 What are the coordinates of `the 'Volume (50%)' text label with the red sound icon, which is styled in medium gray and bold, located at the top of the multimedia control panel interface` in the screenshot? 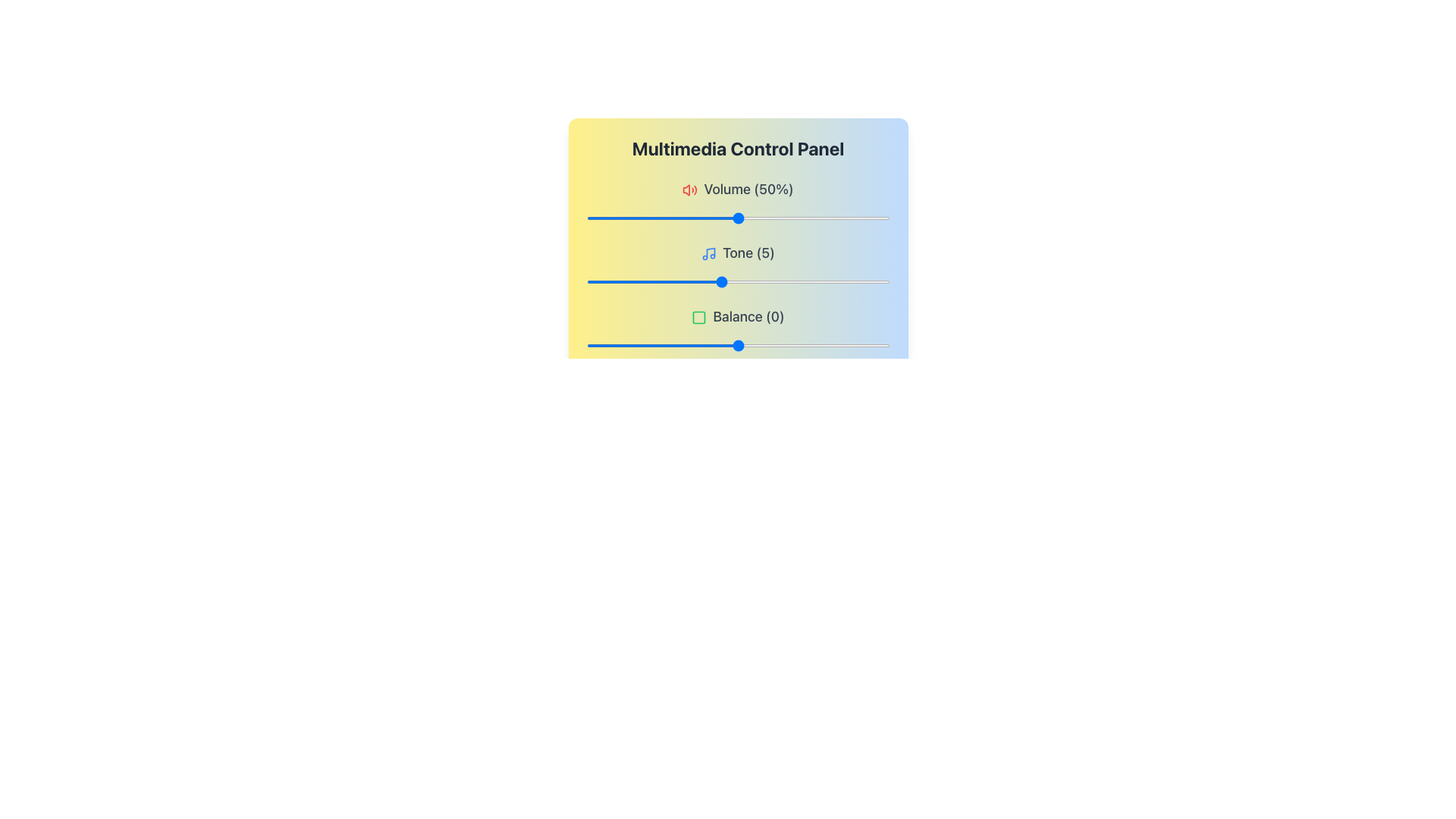 It's located at (738, 189).